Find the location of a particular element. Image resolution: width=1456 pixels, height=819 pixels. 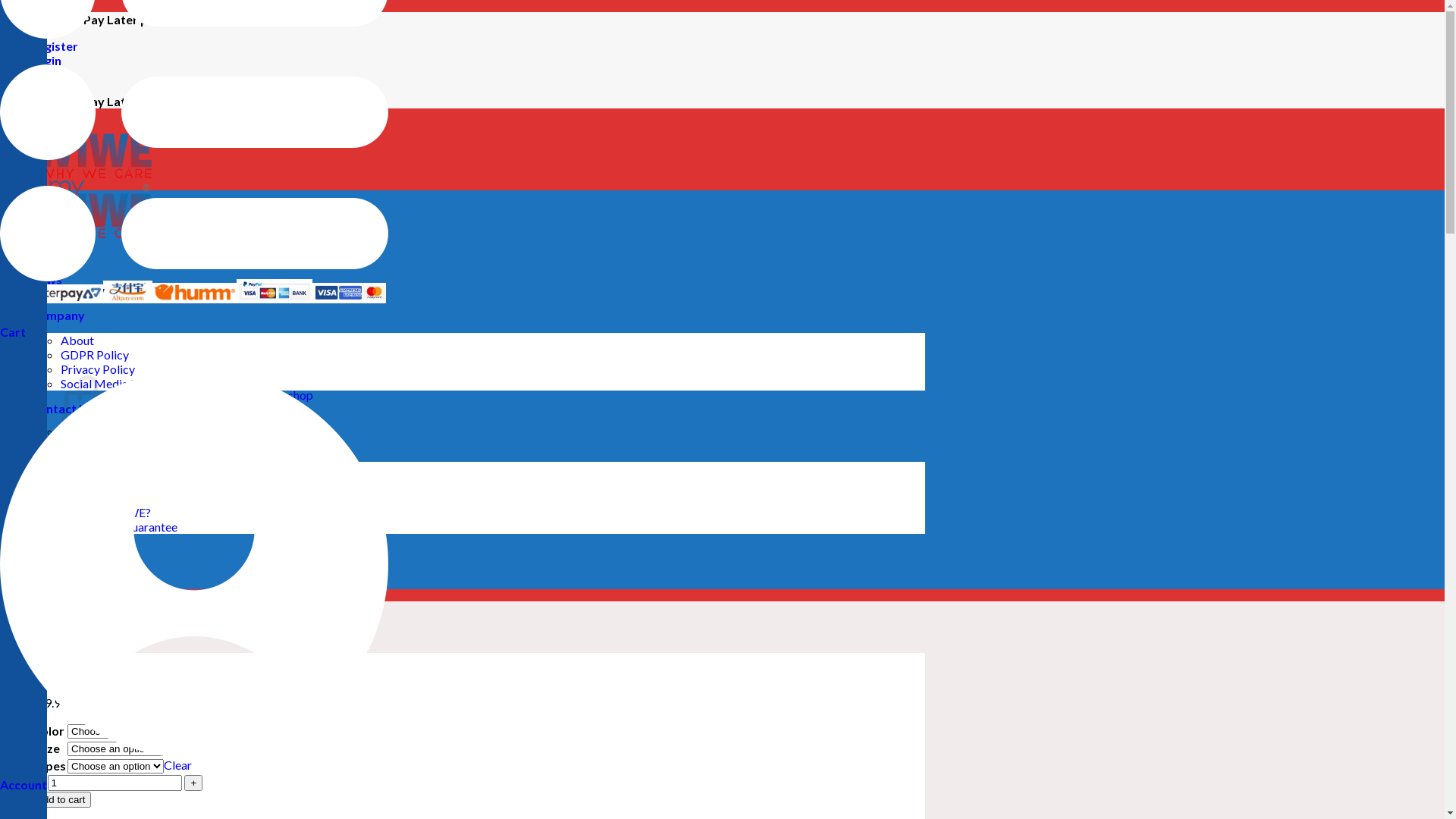

'Social Media Policy' is located at coordinates (111, 382).